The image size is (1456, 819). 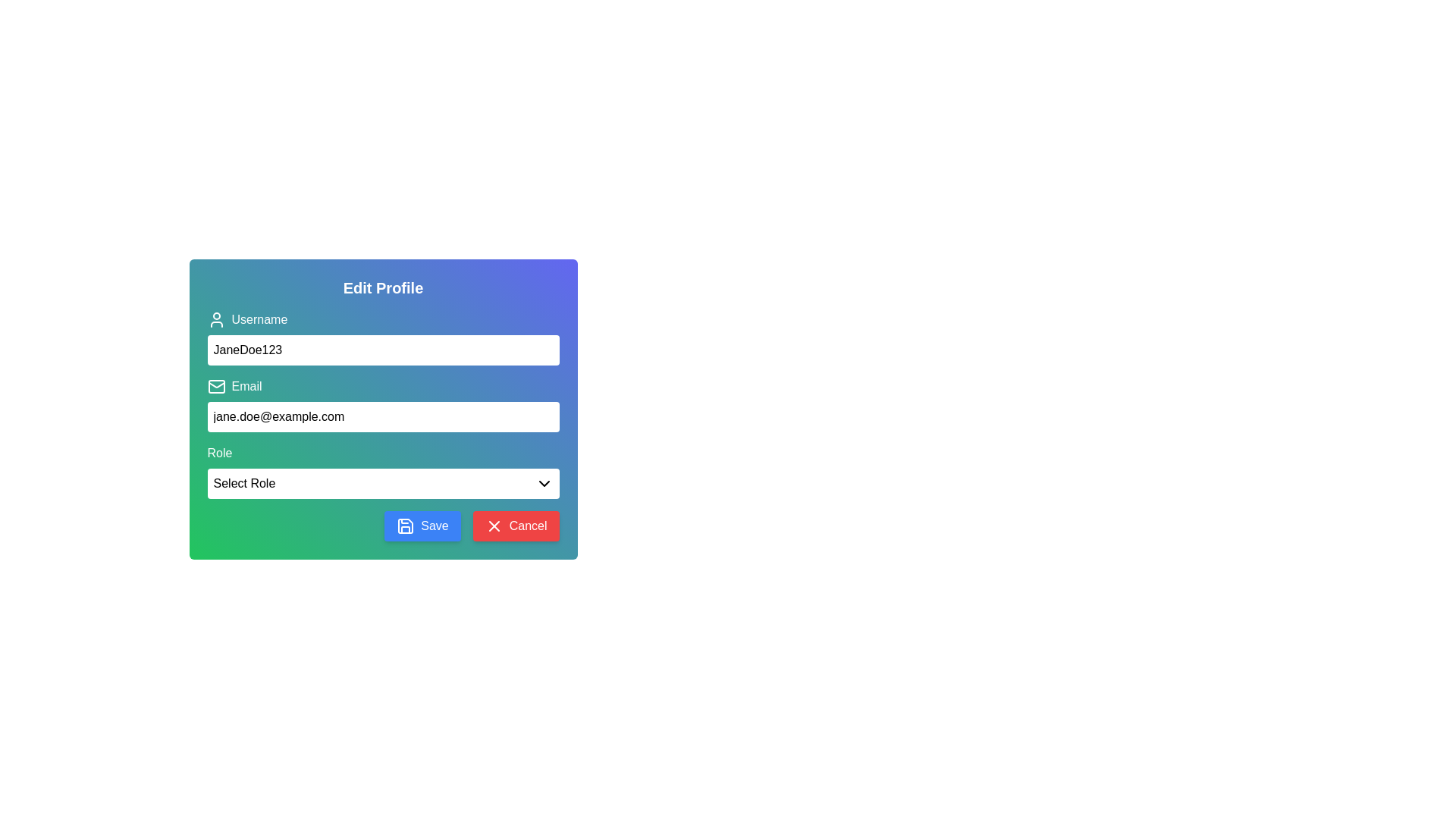 I want to click on the 'Select Role' dropdown menu, so click(x=383, y=483).